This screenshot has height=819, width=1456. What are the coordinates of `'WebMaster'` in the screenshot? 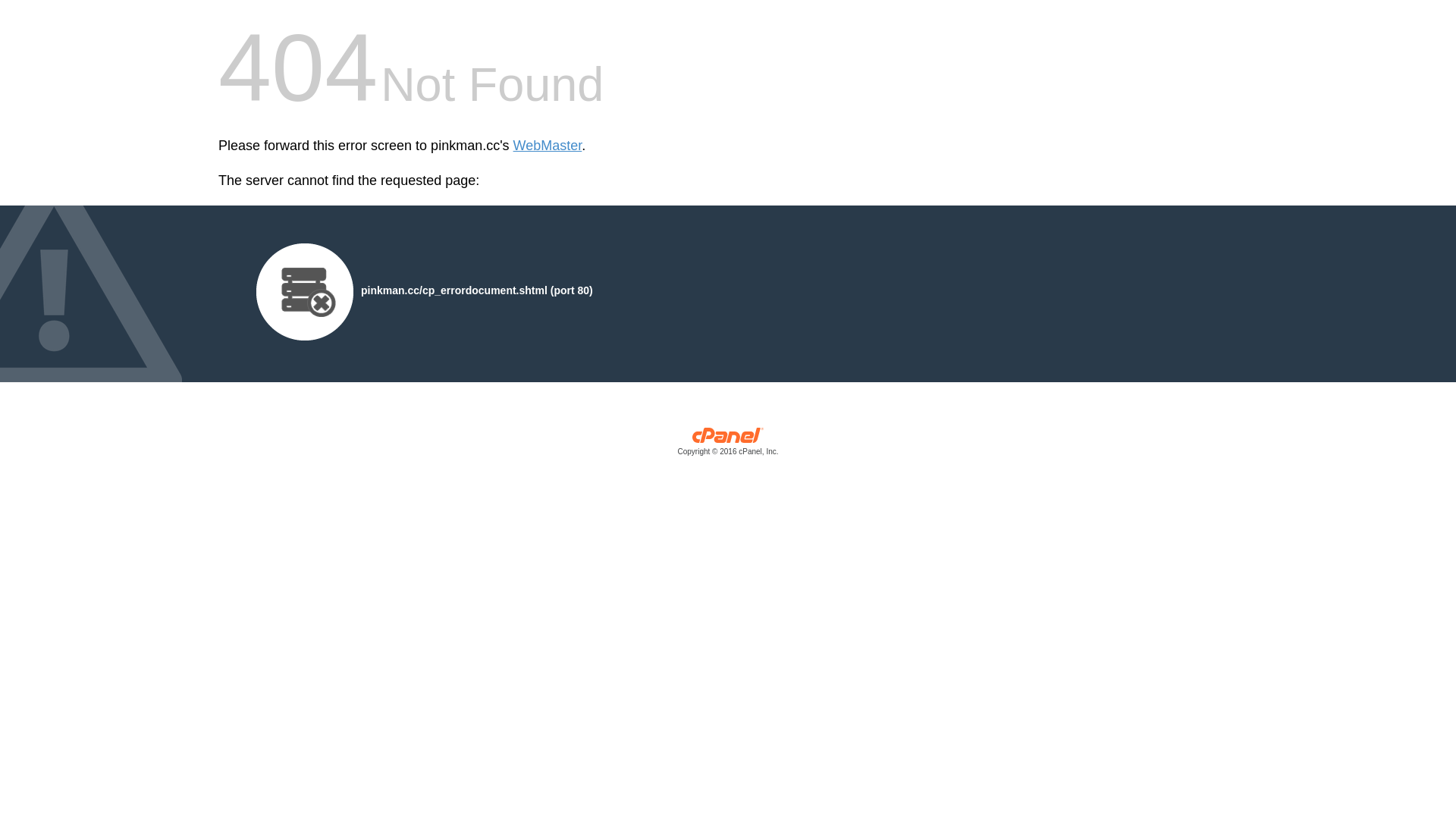 It's located at (513, 146).